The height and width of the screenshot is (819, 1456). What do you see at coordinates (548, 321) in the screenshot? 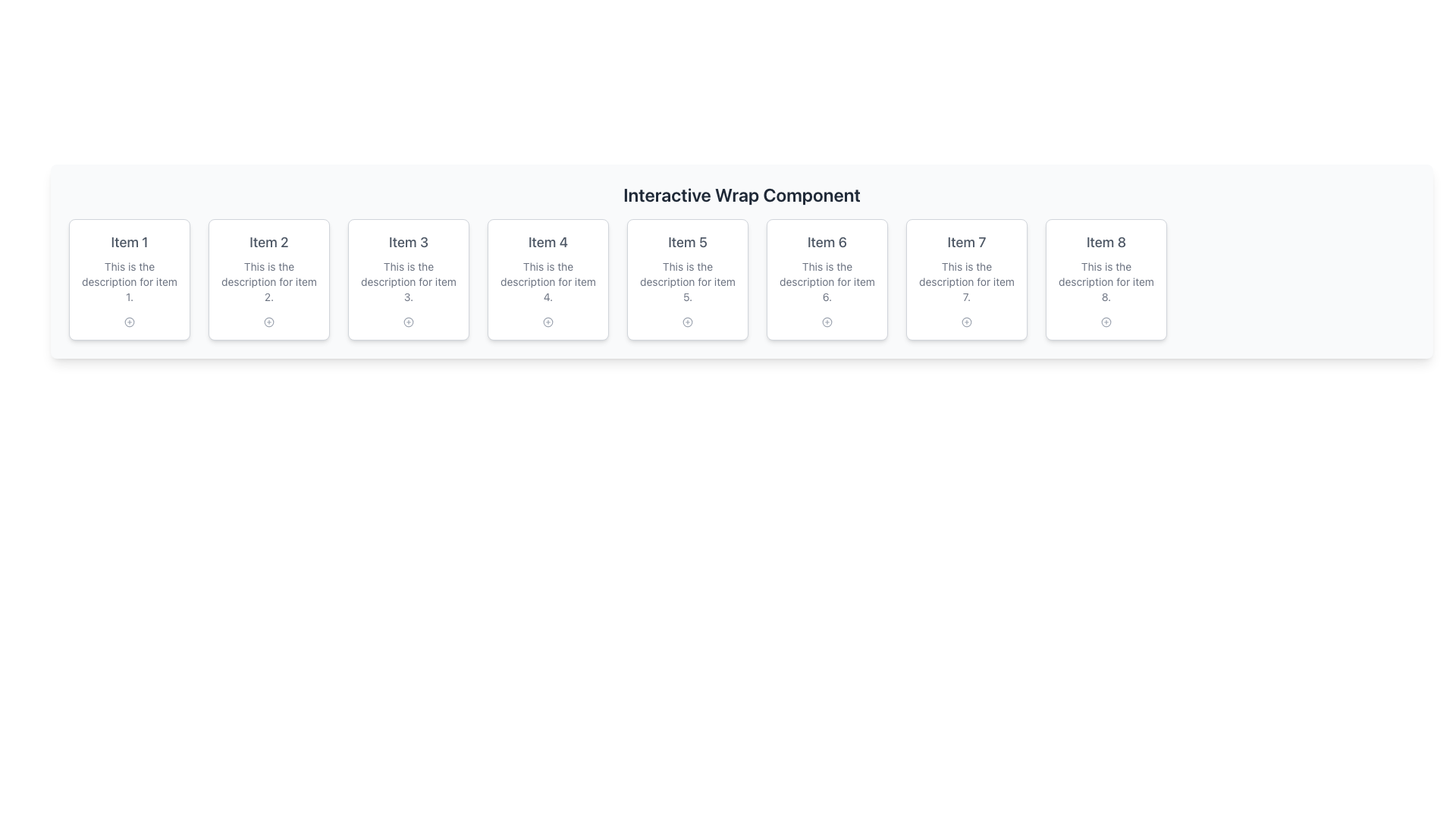
I see `the interactive add IconButton located within the 'Item 4' card at the bottom-right side of the card, just below the descriptive text, to initiate an action` at bounding box center [548, 321].